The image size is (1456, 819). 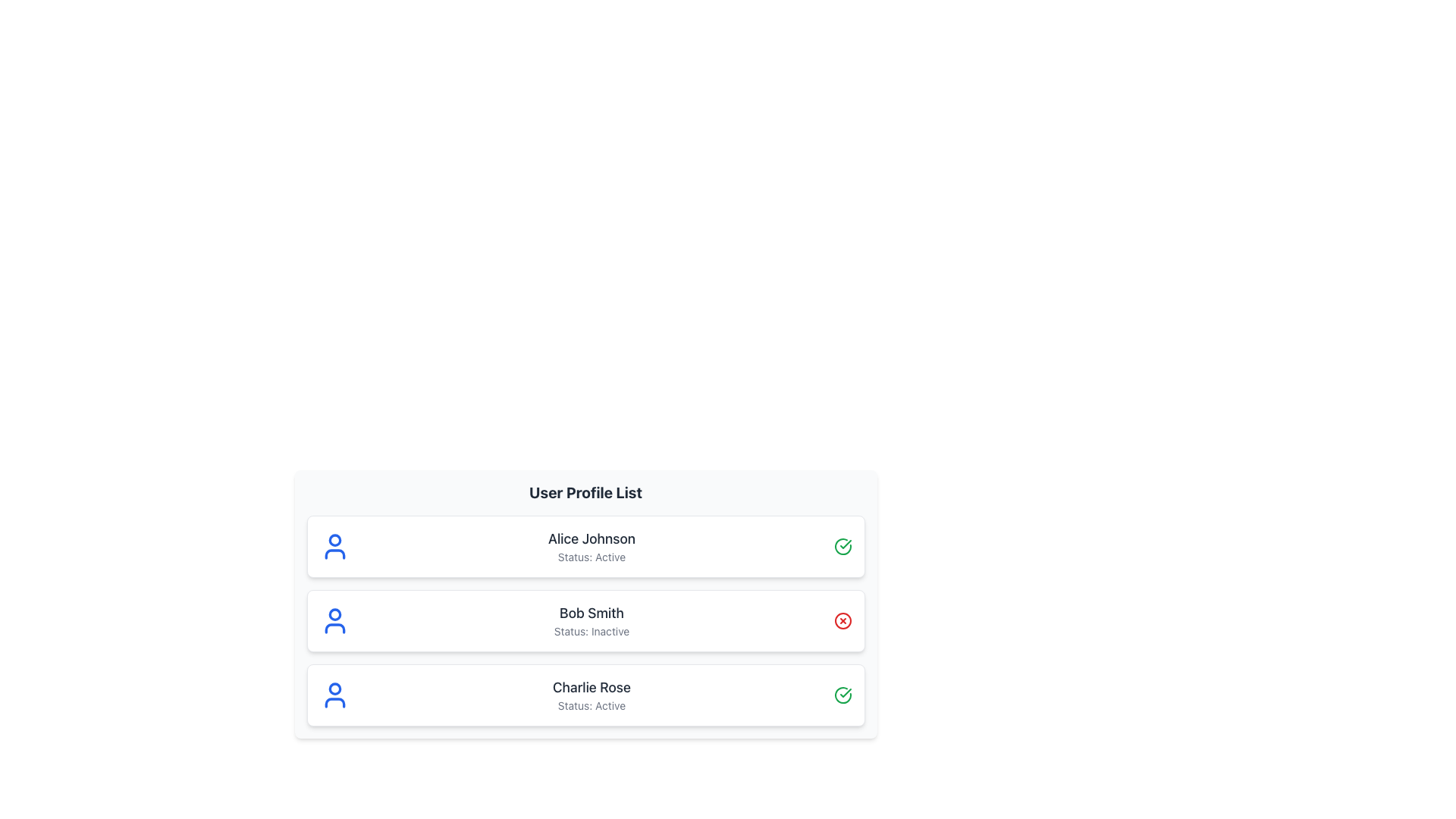 What do you see at coordinates (842, 547) in the screenshot?
I see `the active status indicator icon for the 'Alice Johnson' user profile located at the top-right corner of the profile card` at bounding box center [842, 547].